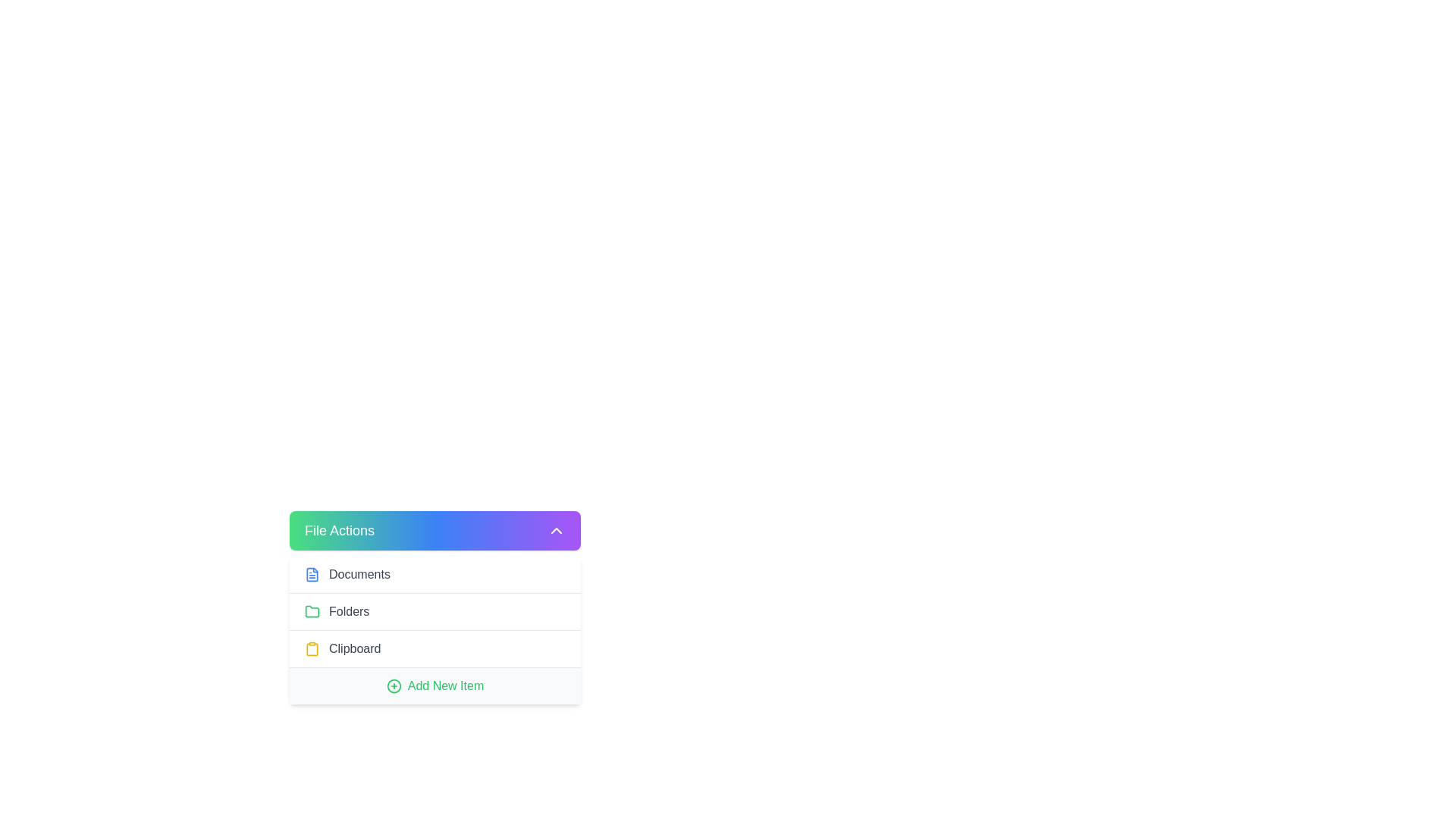 The image size is (1456, 819). Describe the element at coordinates (556, 529) in the screenshot. I see `the Chevron Up icon located at the far right end of the 'File Actions' button` at that location.